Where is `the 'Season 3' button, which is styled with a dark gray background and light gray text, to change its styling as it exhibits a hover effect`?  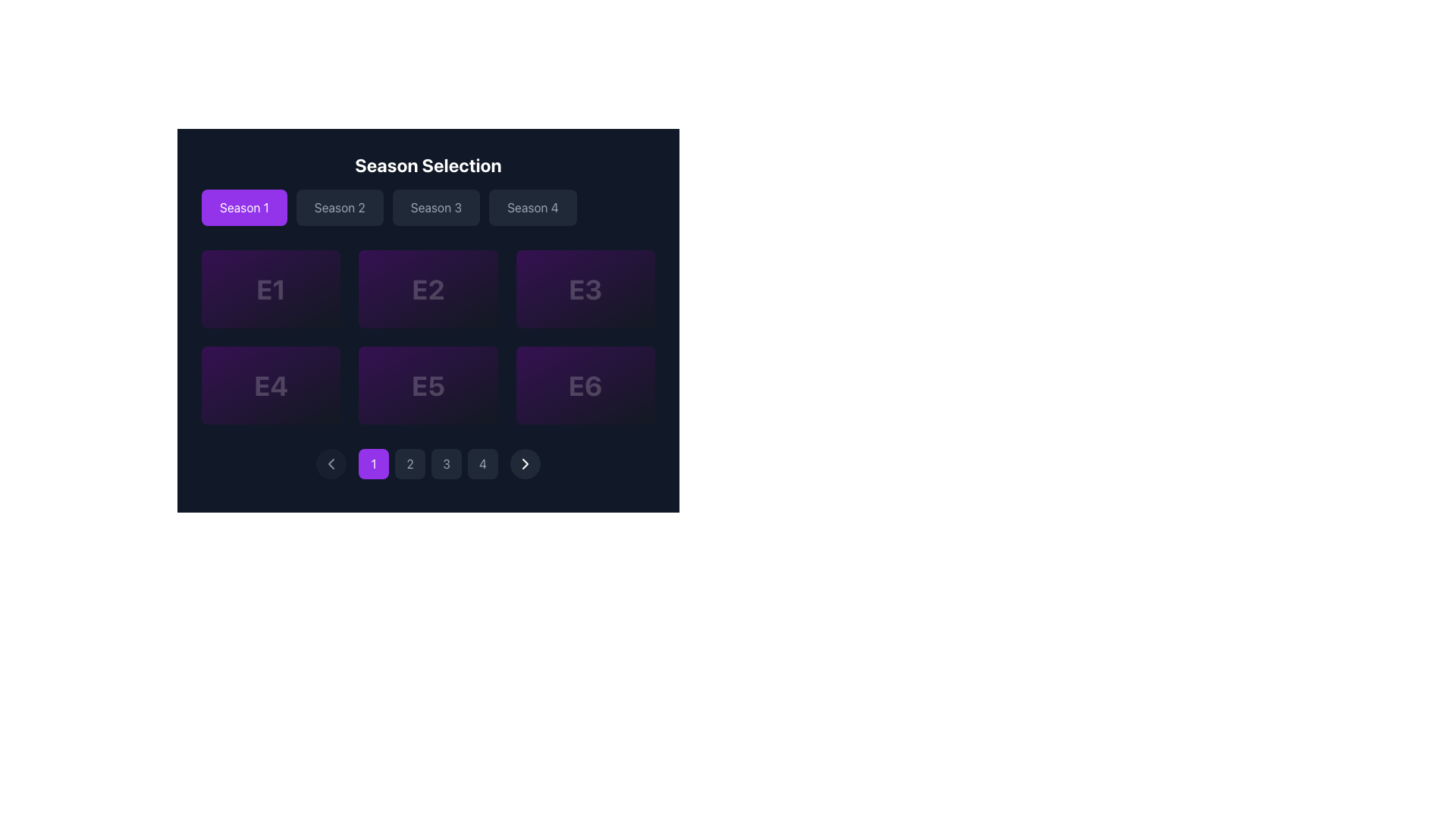 the 'Season 3' button, which is styled with a dark gray background and light gray text, to change its styling as it exhibits a hover effect is located at coordinates (435, 207).